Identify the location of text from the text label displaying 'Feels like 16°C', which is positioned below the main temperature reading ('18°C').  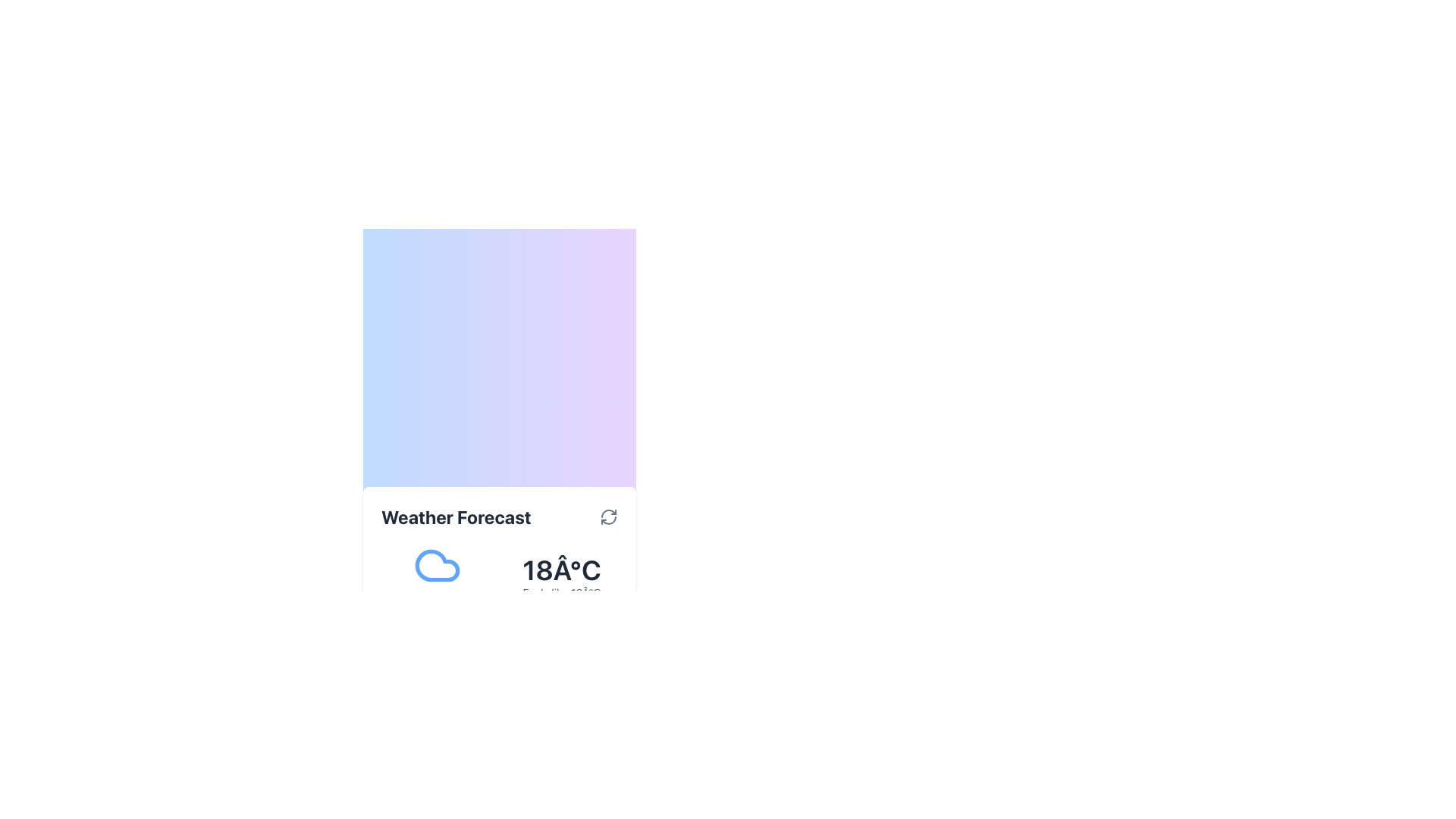
(560, 592).